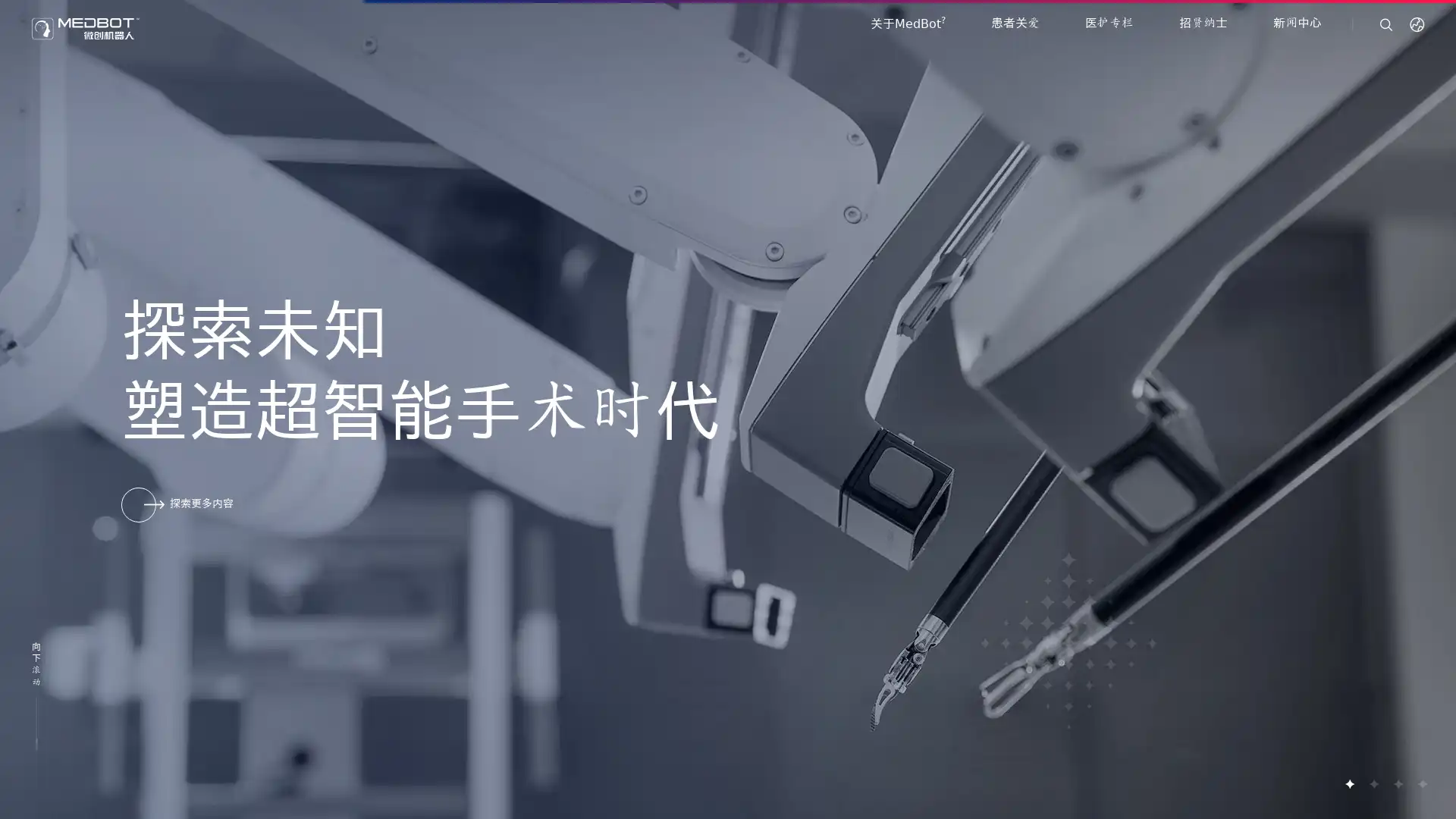 This screenshot has width=1456, height=819. I want to click on Go to slide 1, so click(1349, 783).